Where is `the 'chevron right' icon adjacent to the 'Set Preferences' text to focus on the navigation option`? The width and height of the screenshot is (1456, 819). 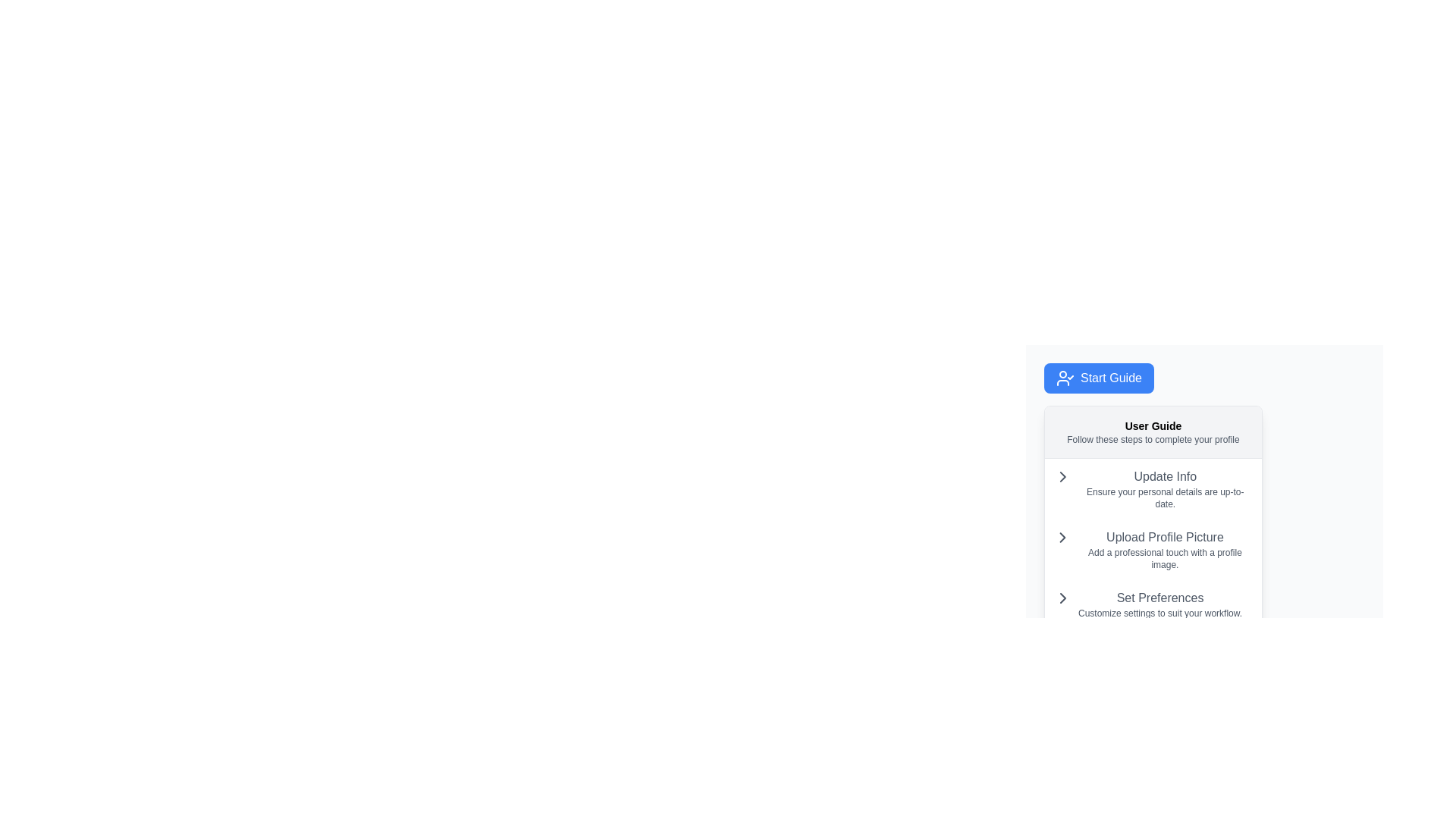
the 'chevron right' icon adjacent to the 'Set Preferences' text to focus on the navigation option is located at coordinates (1062, 598).